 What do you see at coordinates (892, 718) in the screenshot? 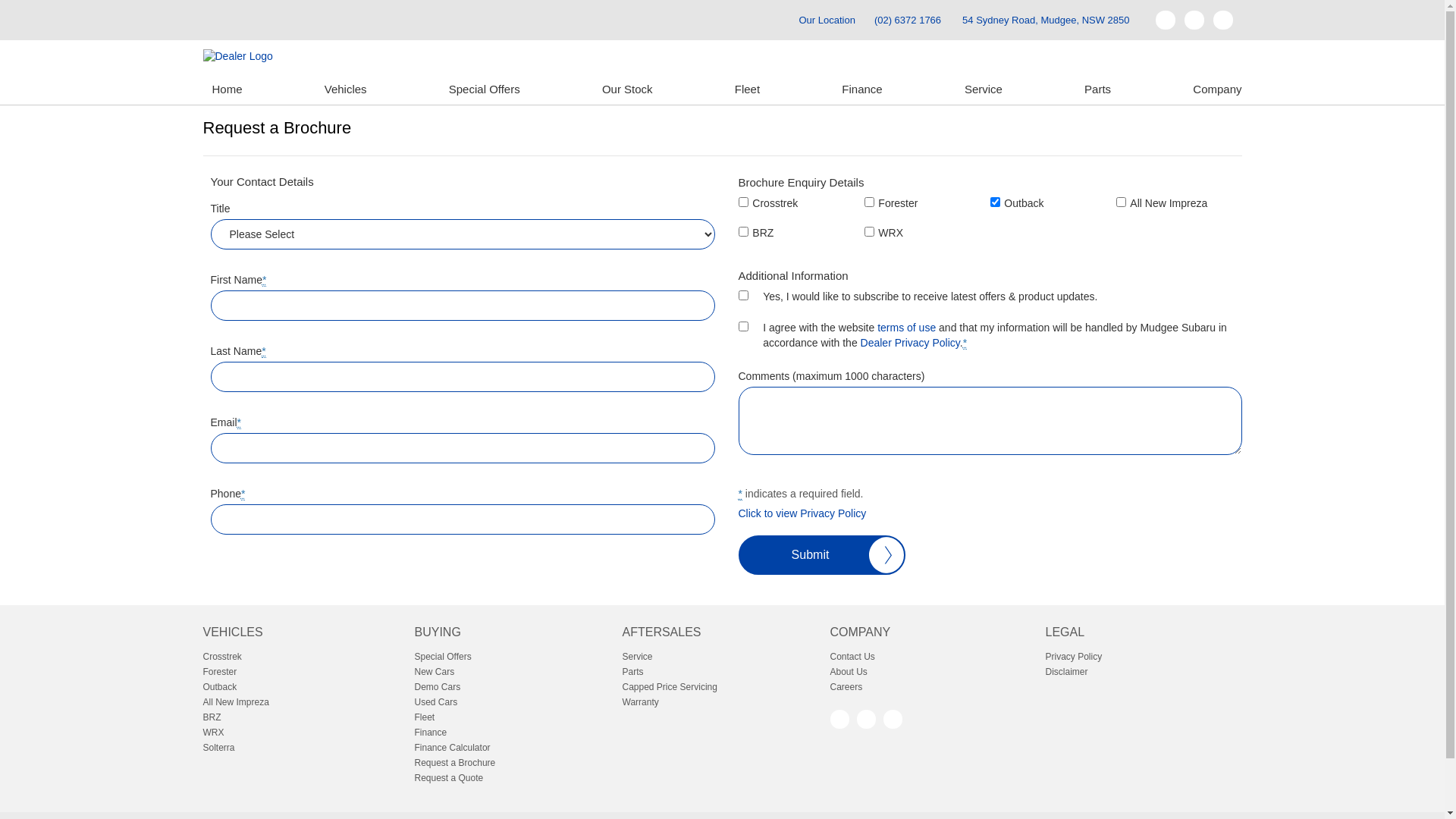
I see `'Instagram'` at bounding box center [892, 718].